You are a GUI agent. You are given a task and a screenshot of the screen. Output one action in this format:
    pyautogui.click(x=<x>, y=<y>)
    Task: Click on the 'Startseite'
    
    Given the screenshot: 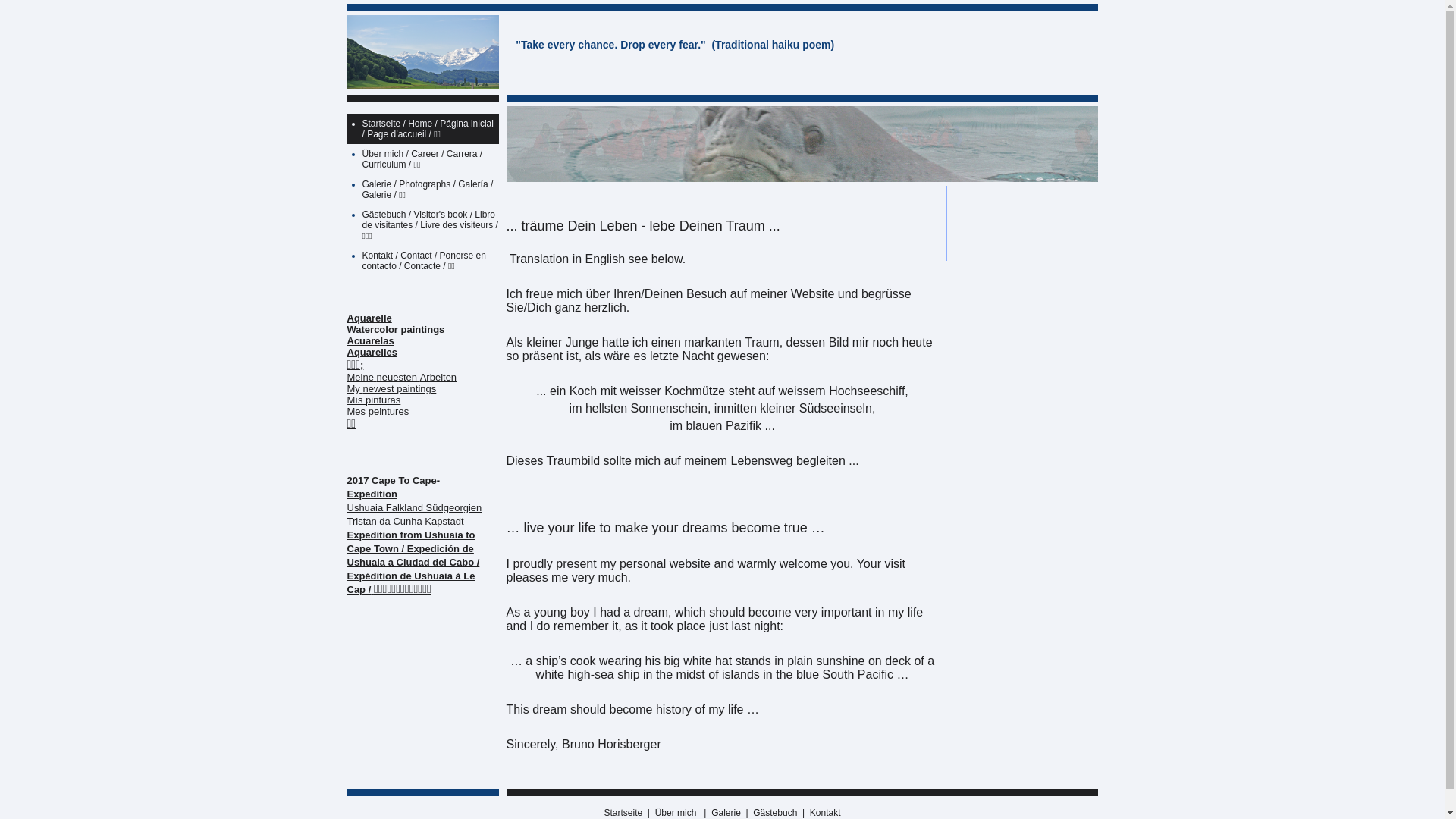 What is the action you would take?
    pyautogui.click(x=623, y=812)
    